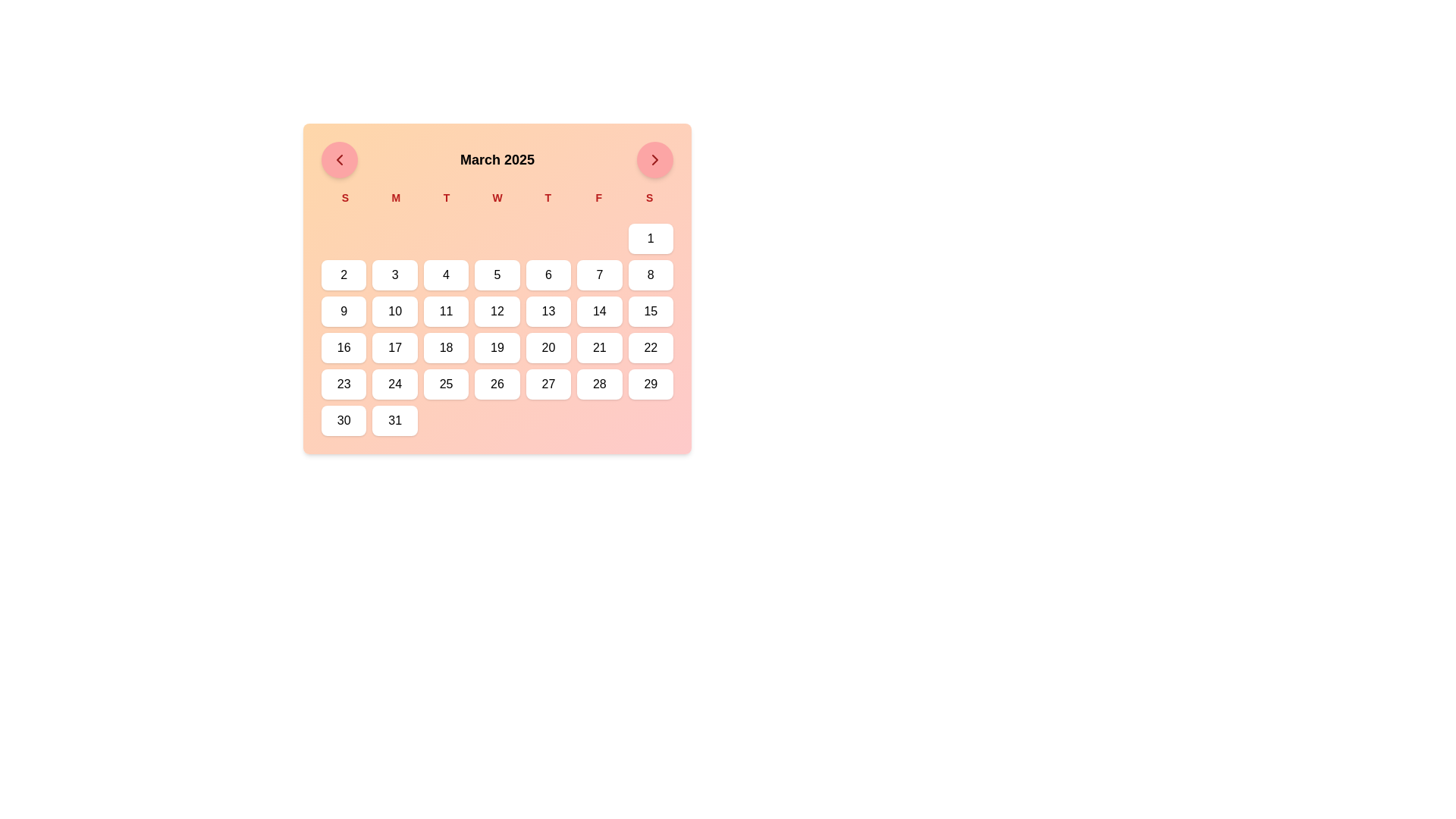  I want to click on the empty grid cell in the top row, fifth column of the calendar layout, so click(548, 239).